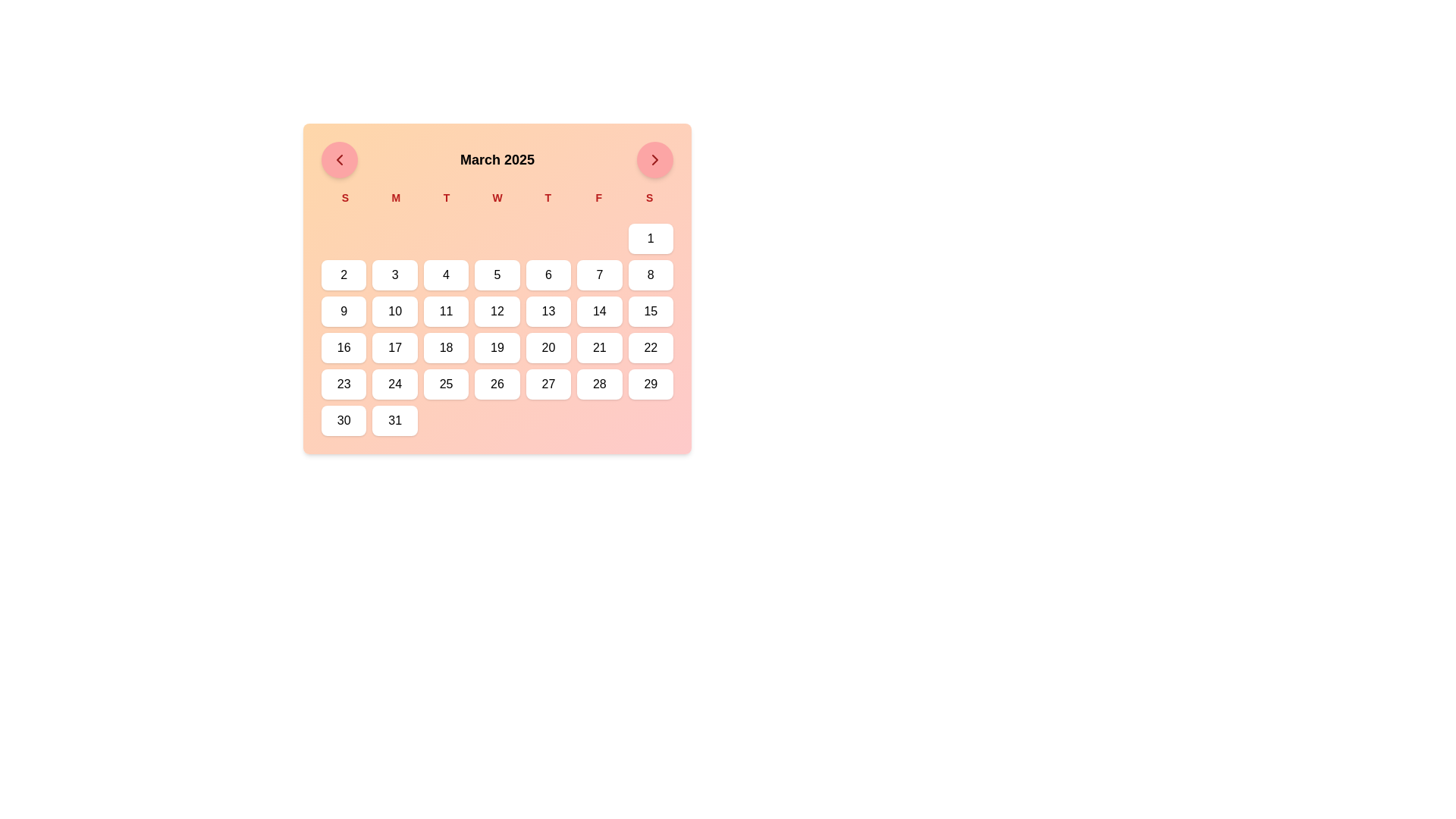  I want to click on the empty grid cell in the top row, fifth column of the calendar layout, so click(548, 239).